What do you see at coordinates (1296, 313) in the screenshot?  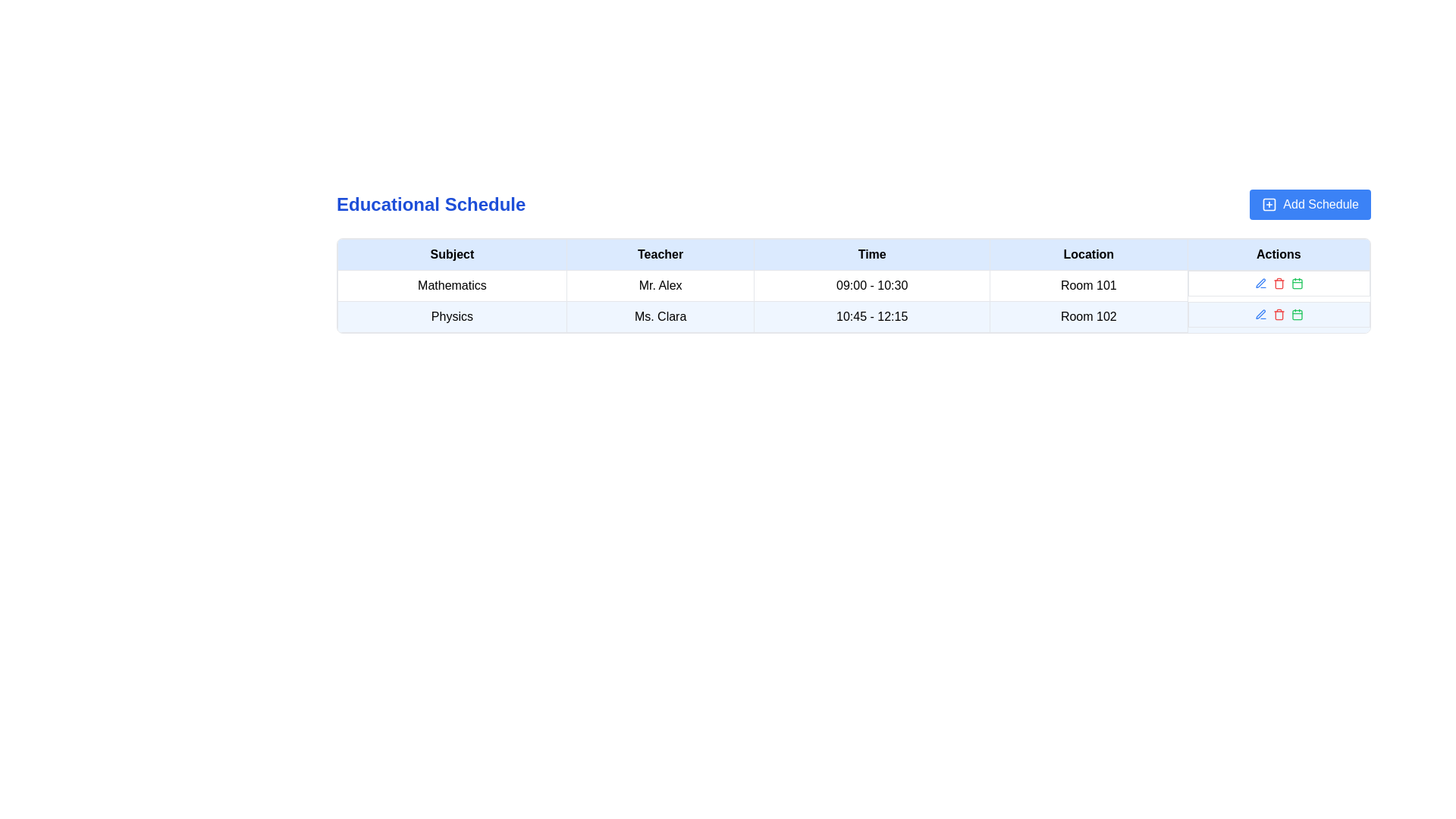 I see `the green calendar icon located in the 'Actions' column of the last row for 'Physics' in the schedule table` at bounding box center [1296, 313].